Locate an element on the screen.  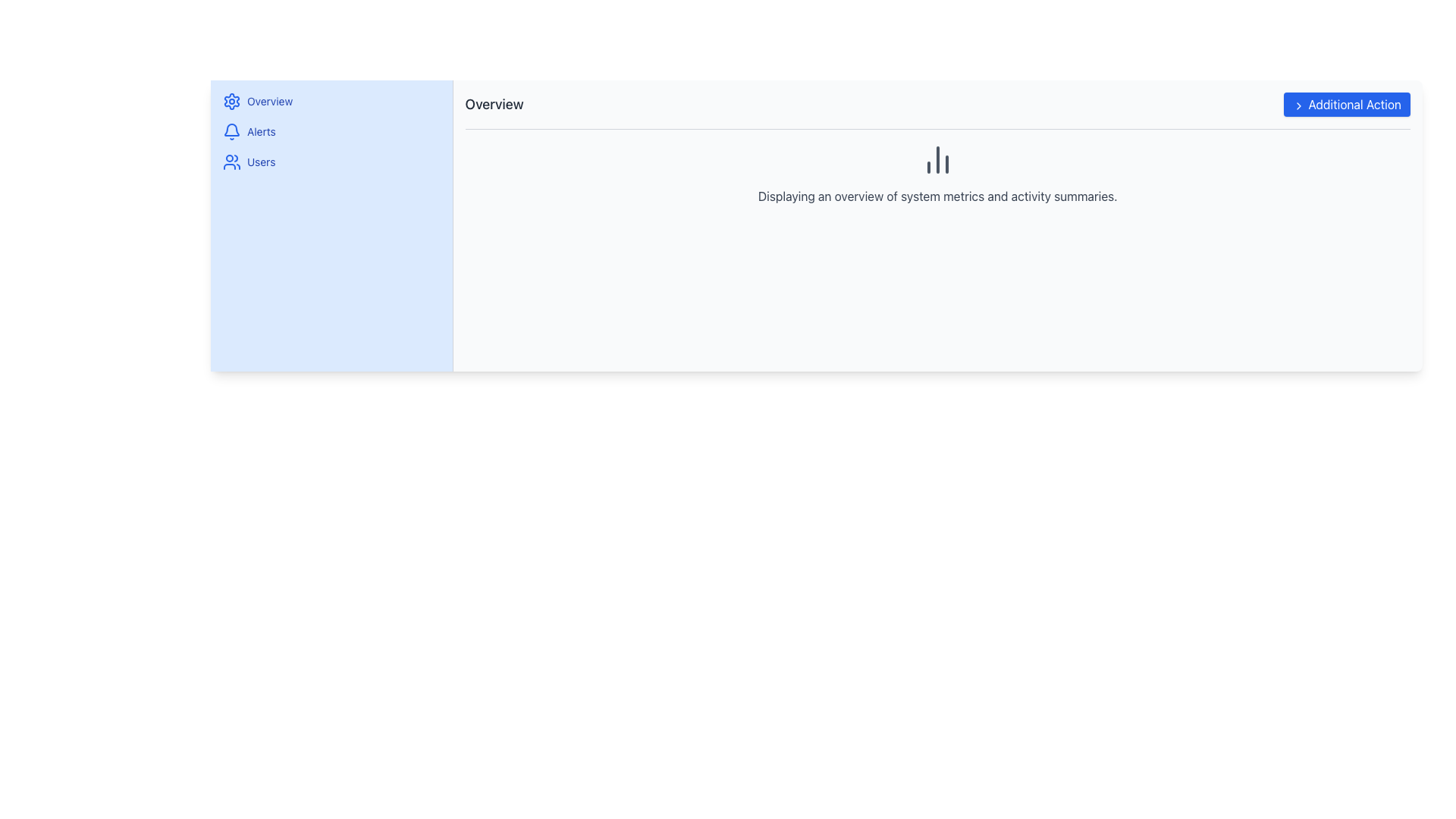
the action button located at the top-right corner of the 'Overview' section is located at coordinates (1347, 104).